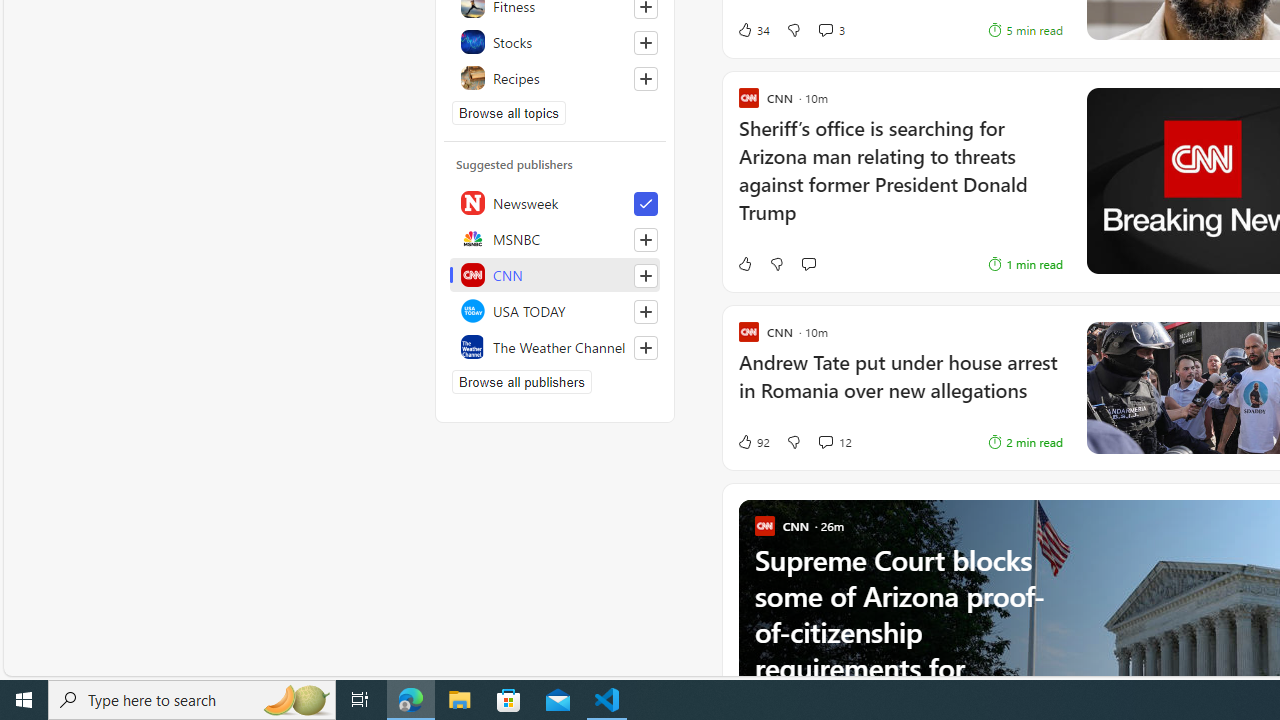 The width and height of the screenshot is (1280, 720). I want to click on 'Newsweek', so click(555, 203).